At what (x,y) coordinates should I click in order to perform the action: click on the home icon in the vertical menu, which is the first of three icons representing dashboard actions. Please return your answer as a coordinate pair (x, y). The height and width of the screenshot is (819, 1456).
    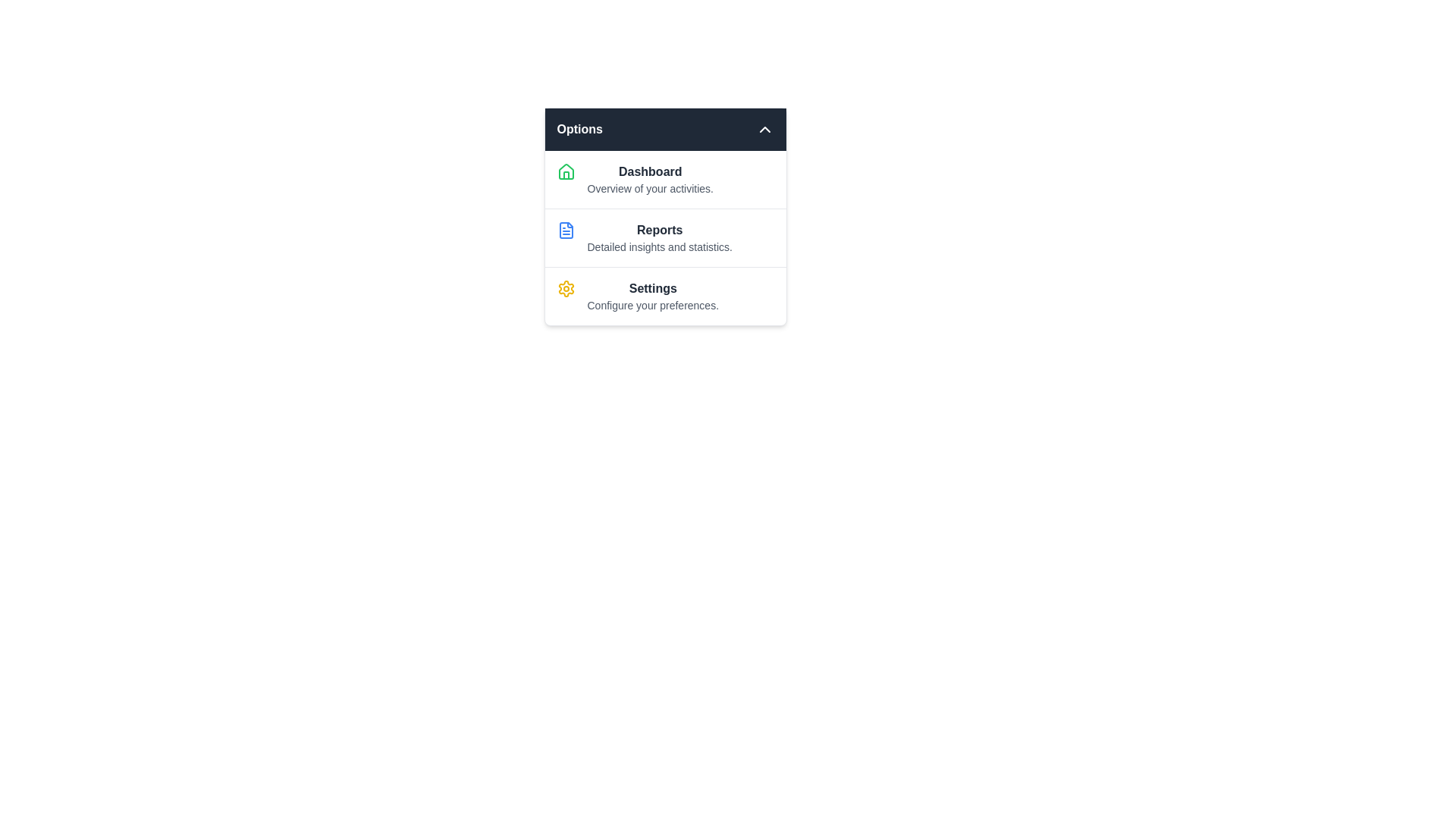
    Looking at the image, I should click on (565, 171).